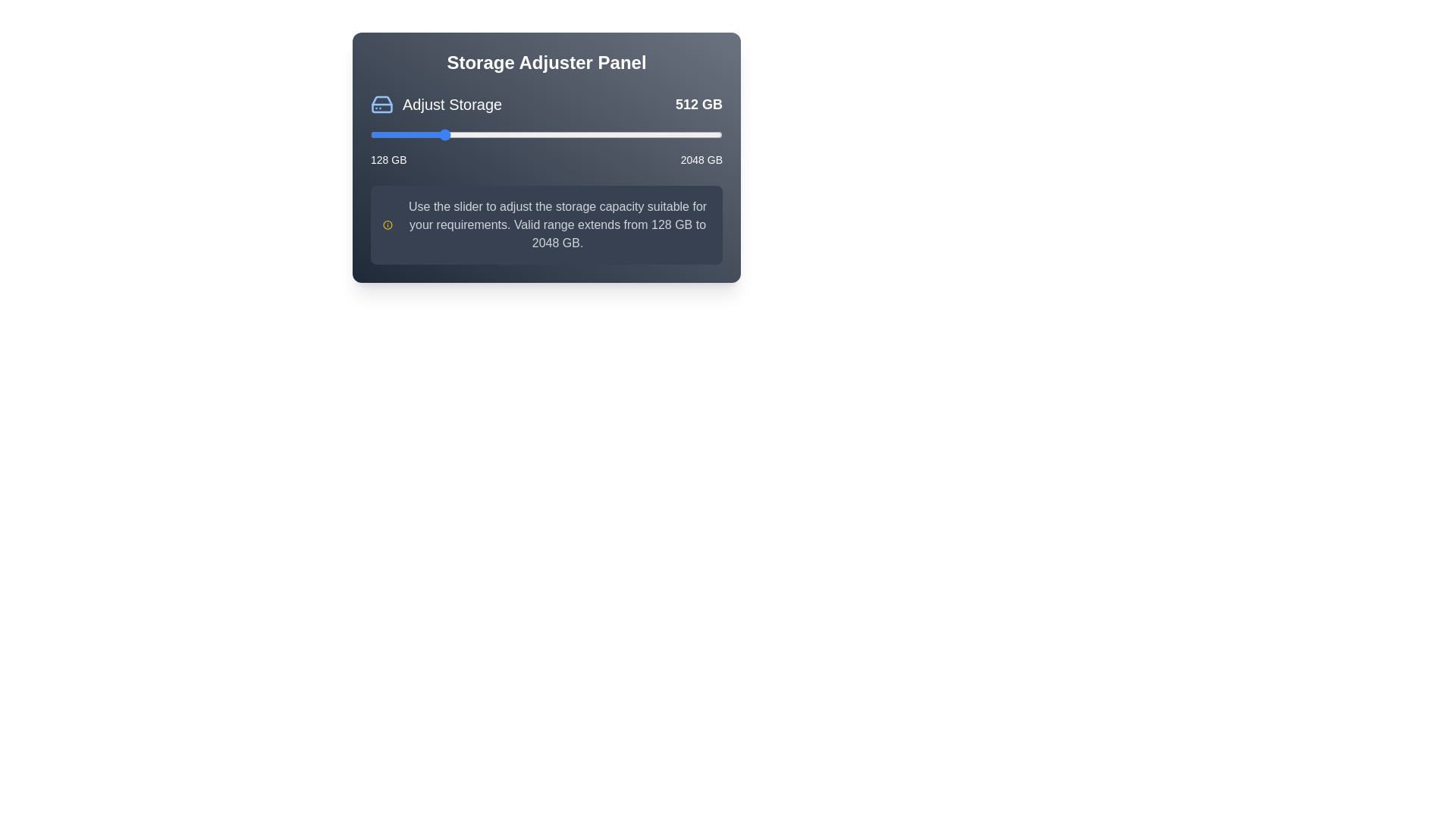 This screenshot has height=819, width=1456. What do you see at coordinates (546, 133) in the screenshot?
I see `the storage capacity slider knob` at bounding box center [546, 133].